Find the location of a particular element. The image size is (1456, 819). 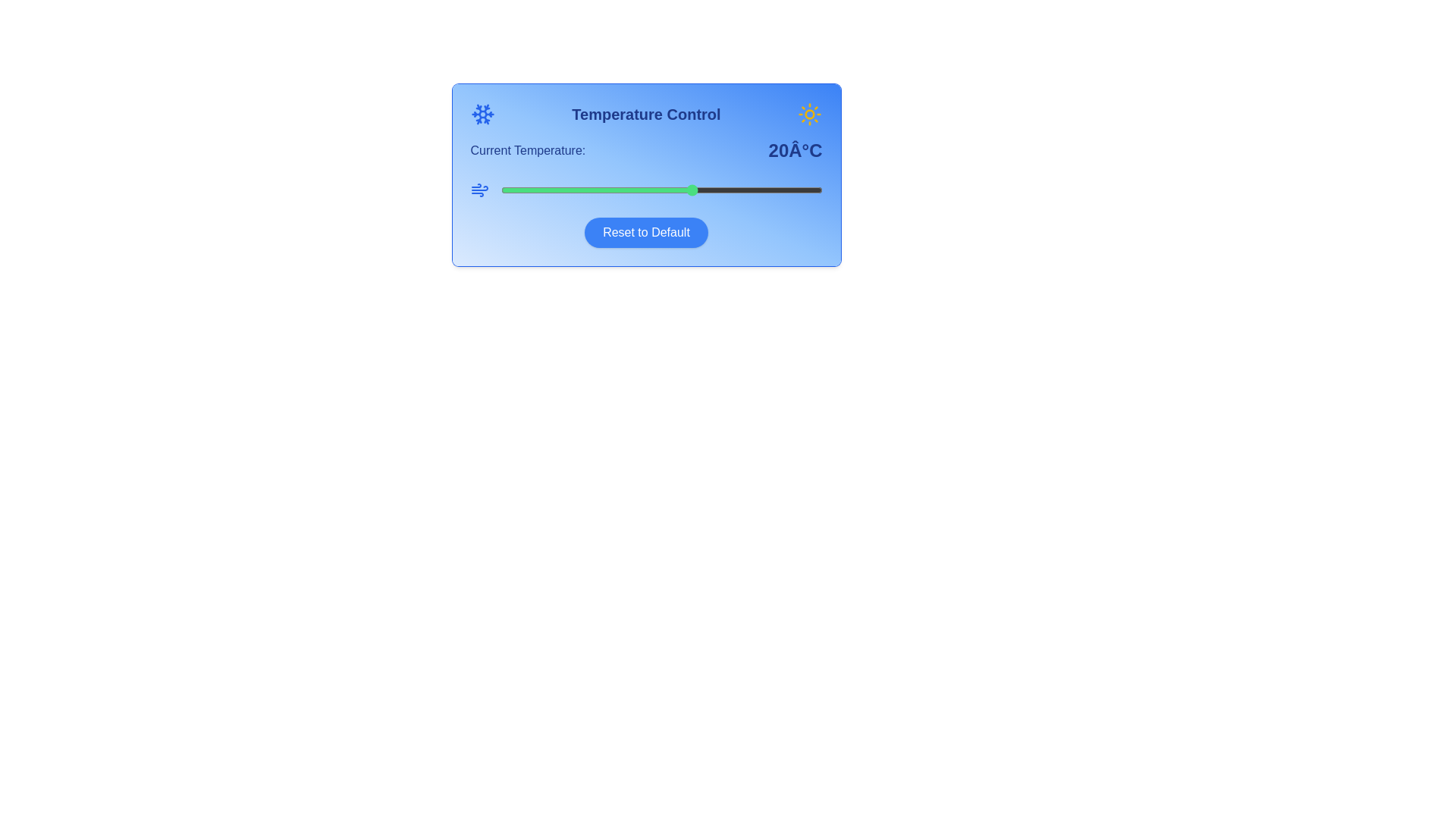

the temperature slider is located at coordinates (802, 189).